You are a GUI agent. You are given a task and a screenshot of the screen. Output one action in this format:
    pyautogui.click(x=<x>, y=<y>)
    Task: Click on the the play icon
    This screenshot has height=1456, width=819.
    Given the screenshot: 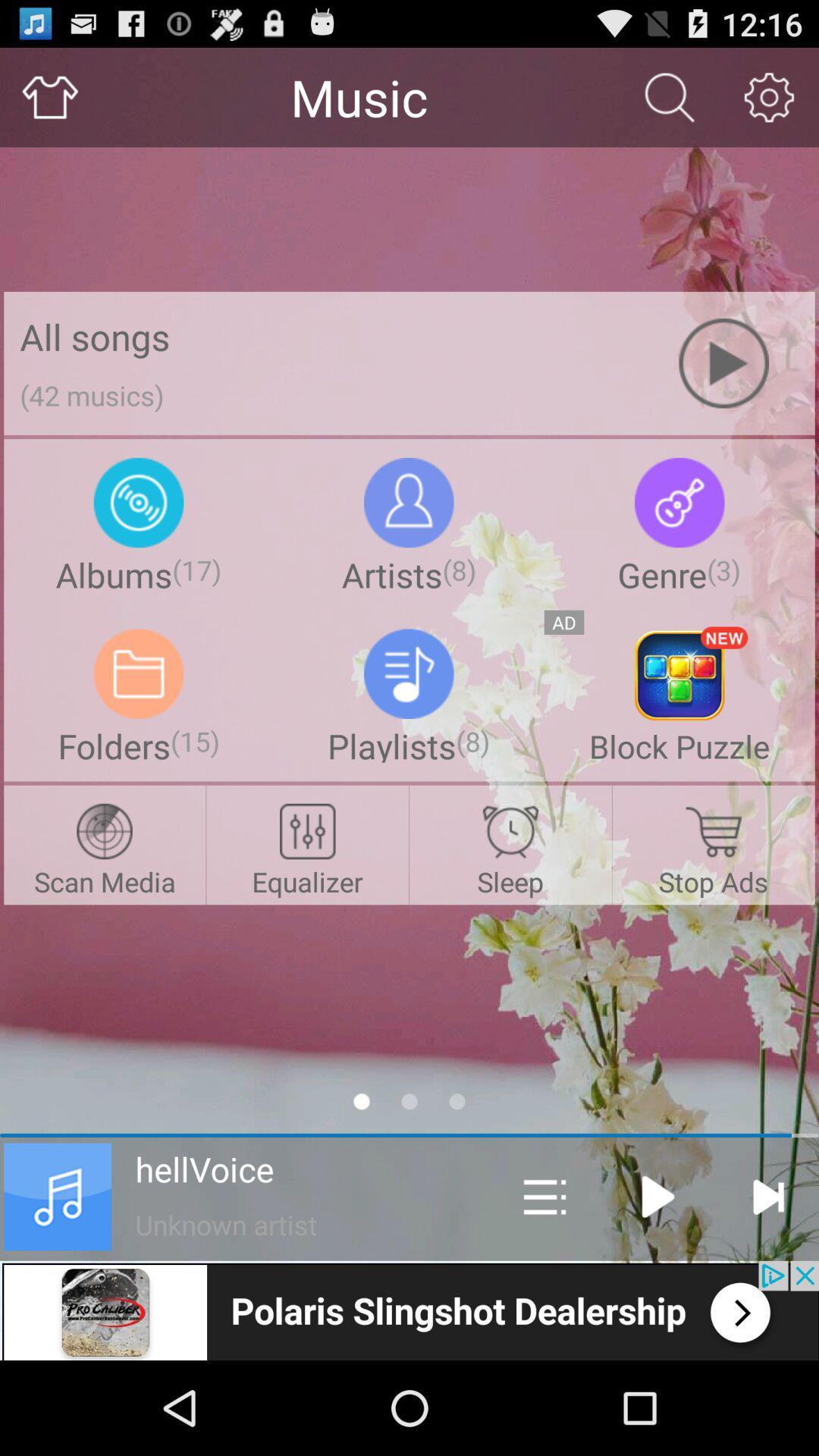 What is the action you would take?
    pyautogui.click(x=657, y=1280)
    